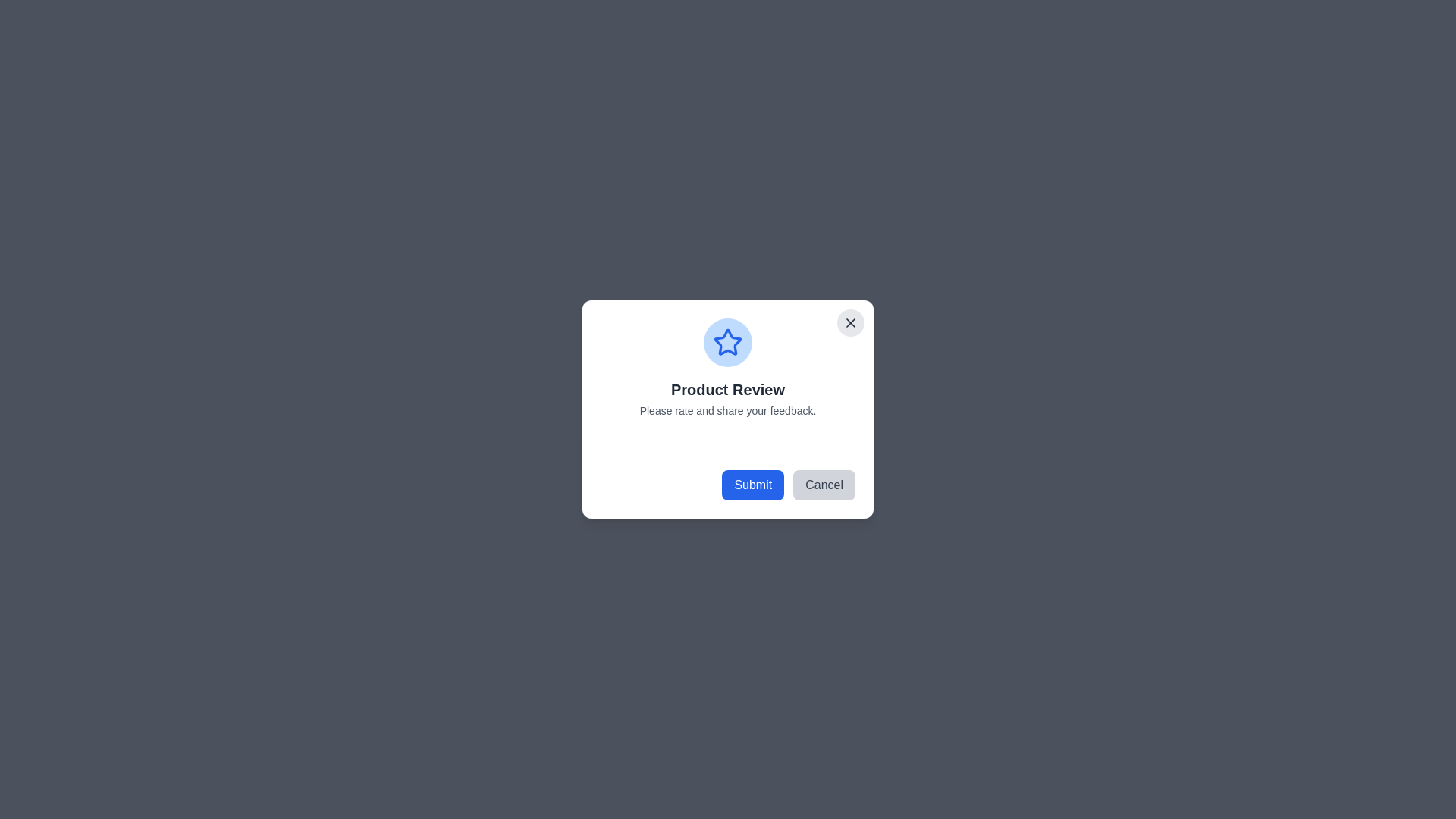 Image resolution: width=1456 pixels, height=819 pixels. I want to click on the close button icon (X) located in the top-right corner of the modal dialog, so click(851, 322).